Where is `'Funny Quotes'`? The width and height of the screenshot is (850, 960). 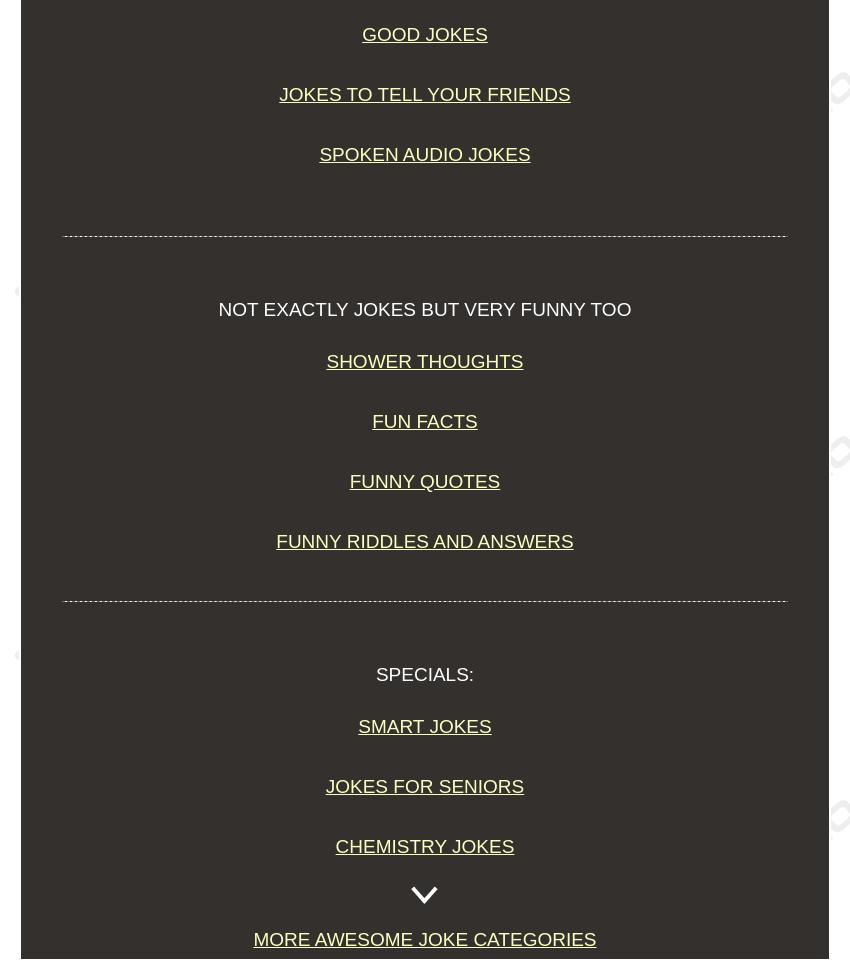
'Funny Quotes' is located at coordinates (424, 480).